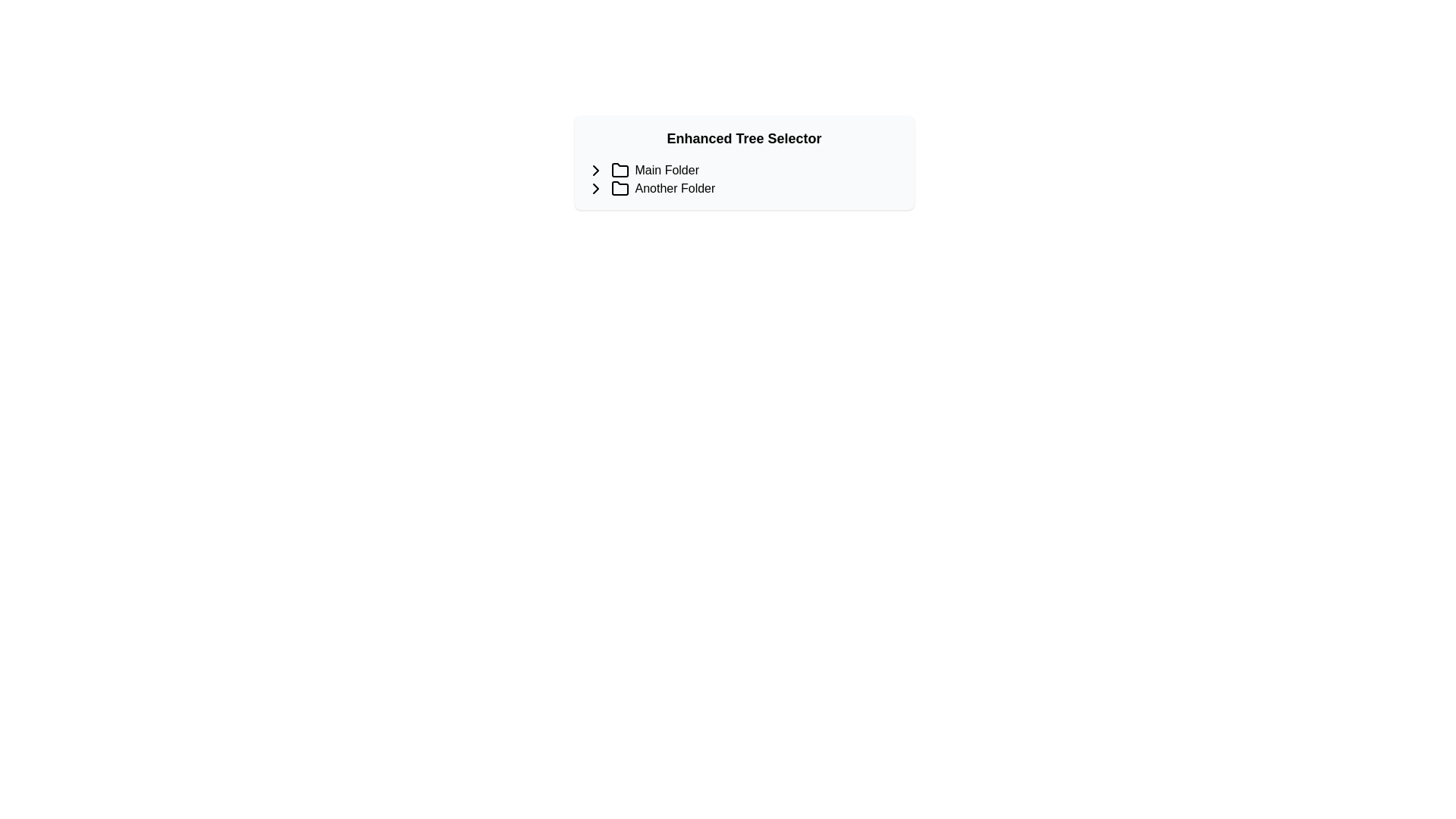 This screenshot has height=819, width=1456. I want to click on the Text header that serves as the title of the section, located at the topmost position within a centered card-like structure, so click(744, 138).